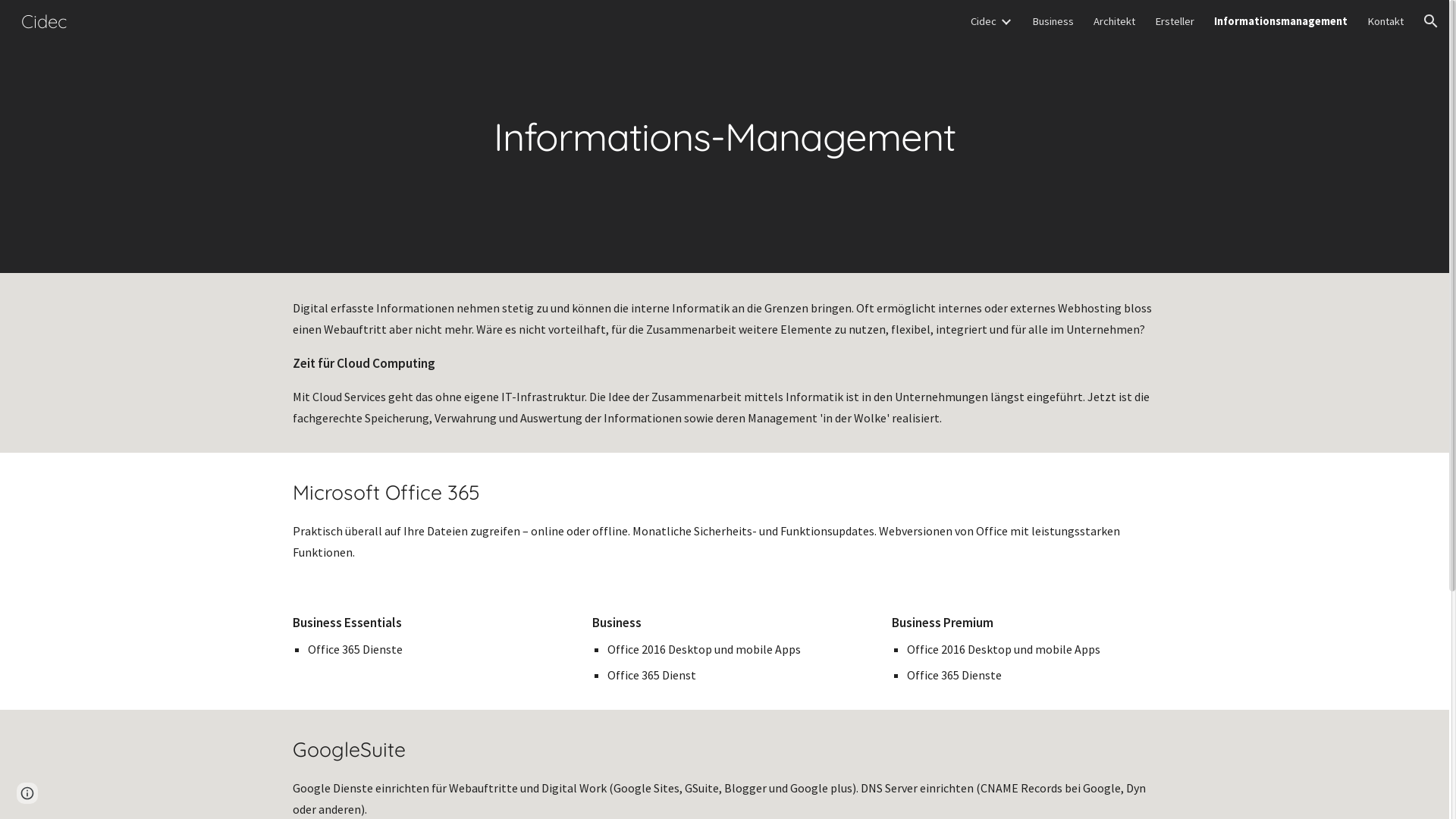  I want to click on 'Kontakt', so click(1385, 20).